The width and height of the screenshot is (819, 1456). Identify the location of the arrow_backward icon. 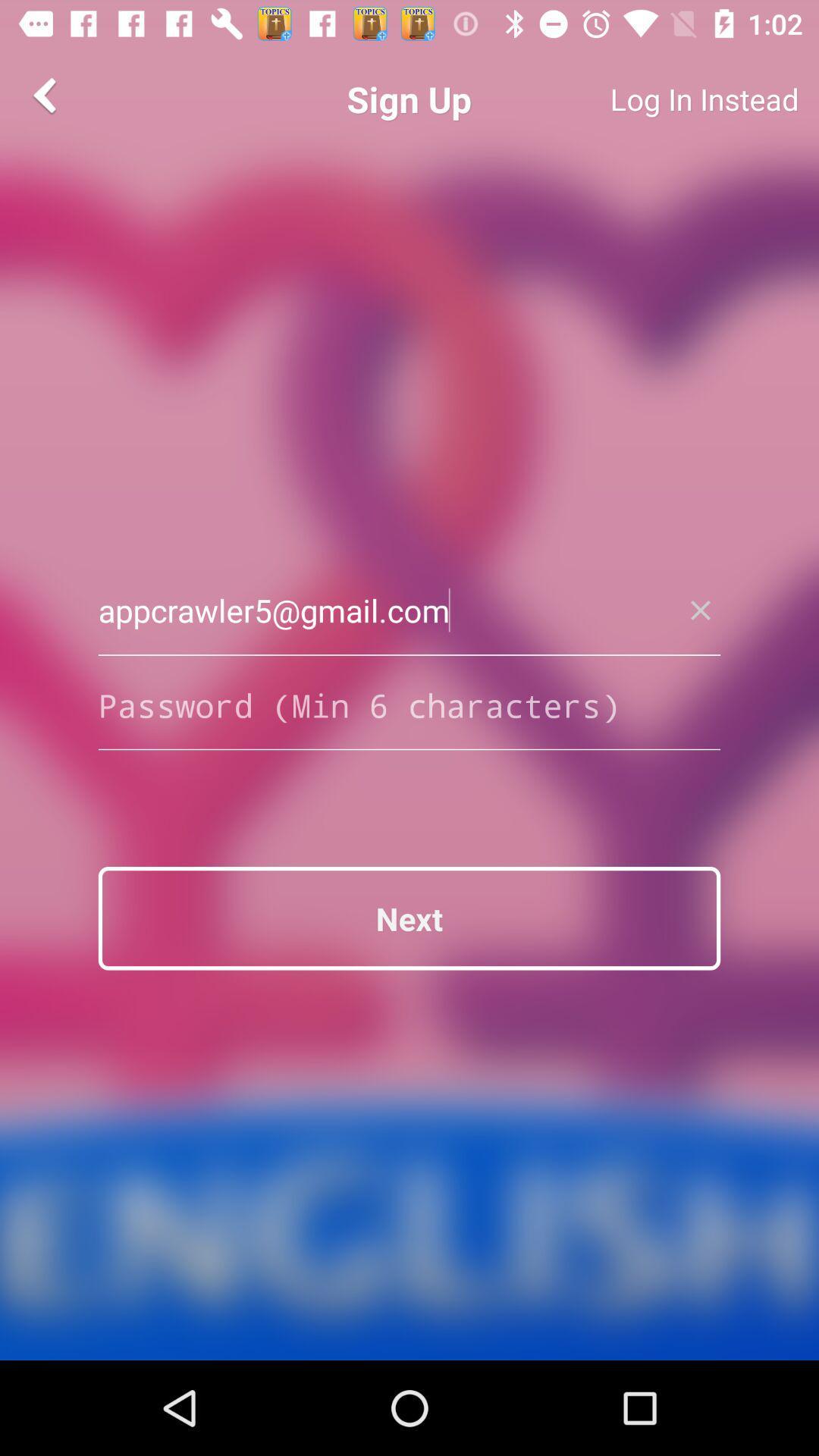
(46, 94).